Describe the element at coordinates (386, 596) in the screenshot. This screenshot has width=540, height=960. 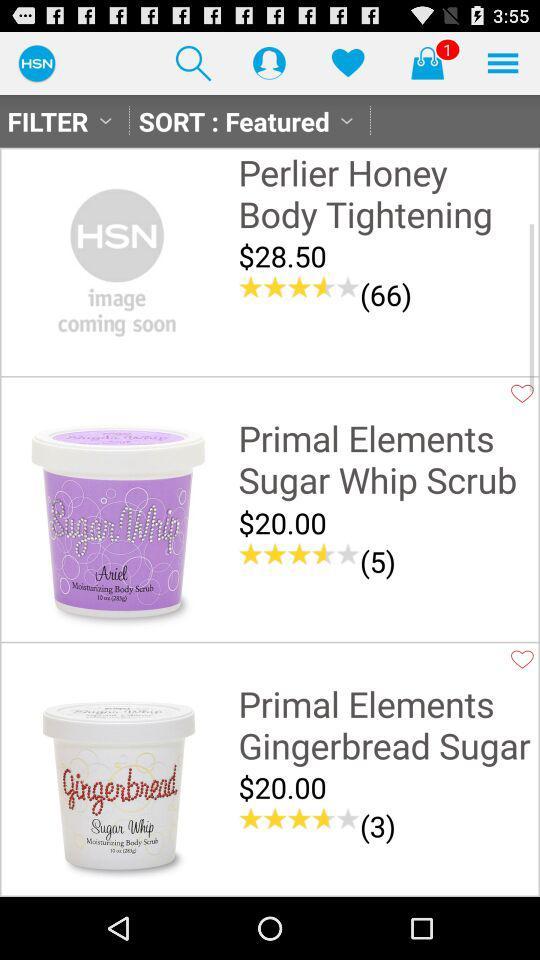
I see `the item below (5) item` at that location.